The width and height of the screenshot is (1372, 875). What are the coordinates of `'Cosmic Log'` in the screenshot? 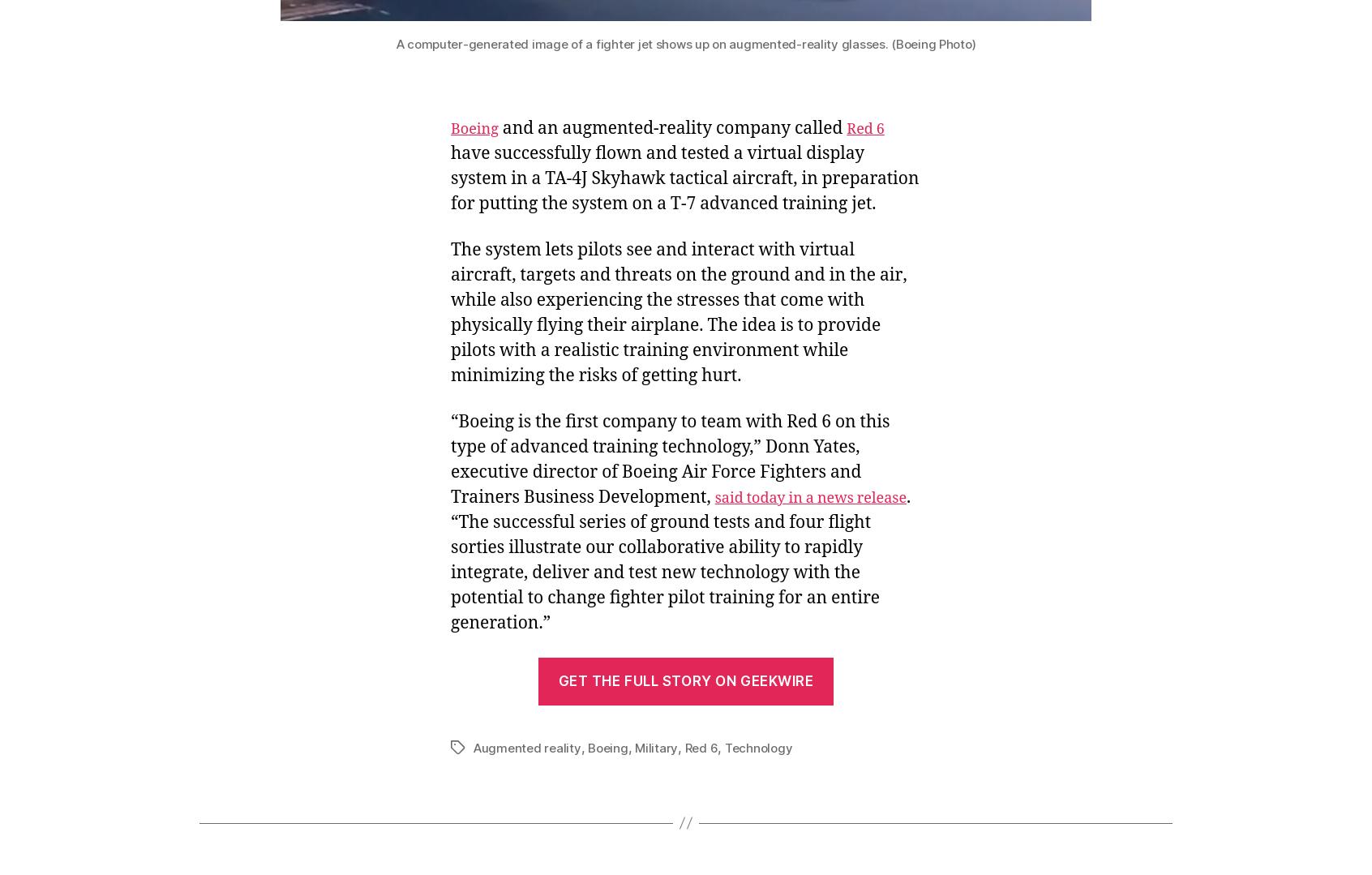 It's located at (296, 701).